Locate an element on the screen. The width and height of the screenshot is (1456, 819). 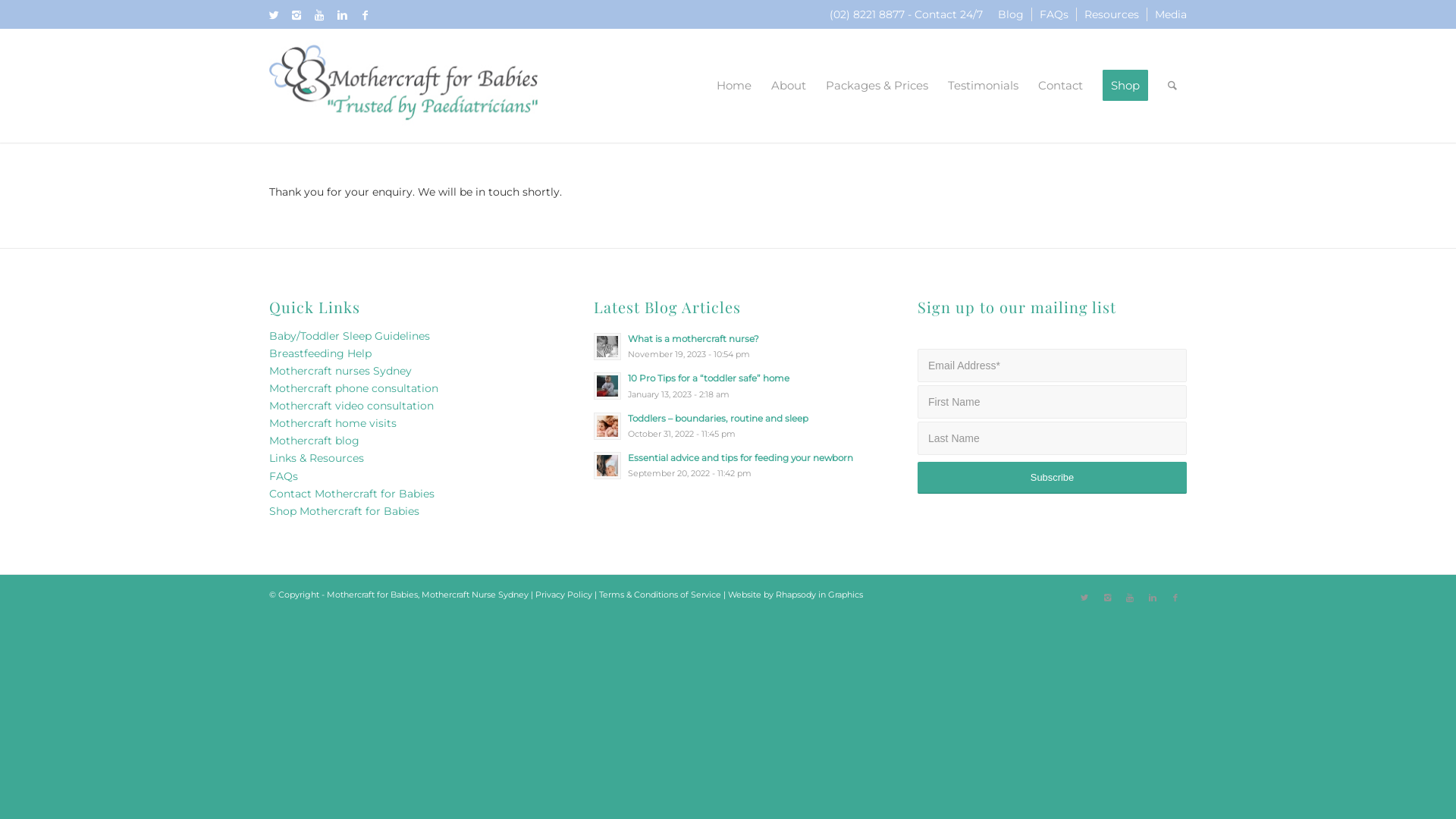
'(02) 8221 8877 - Contact 24/7' is located at coordinates (906, 14).